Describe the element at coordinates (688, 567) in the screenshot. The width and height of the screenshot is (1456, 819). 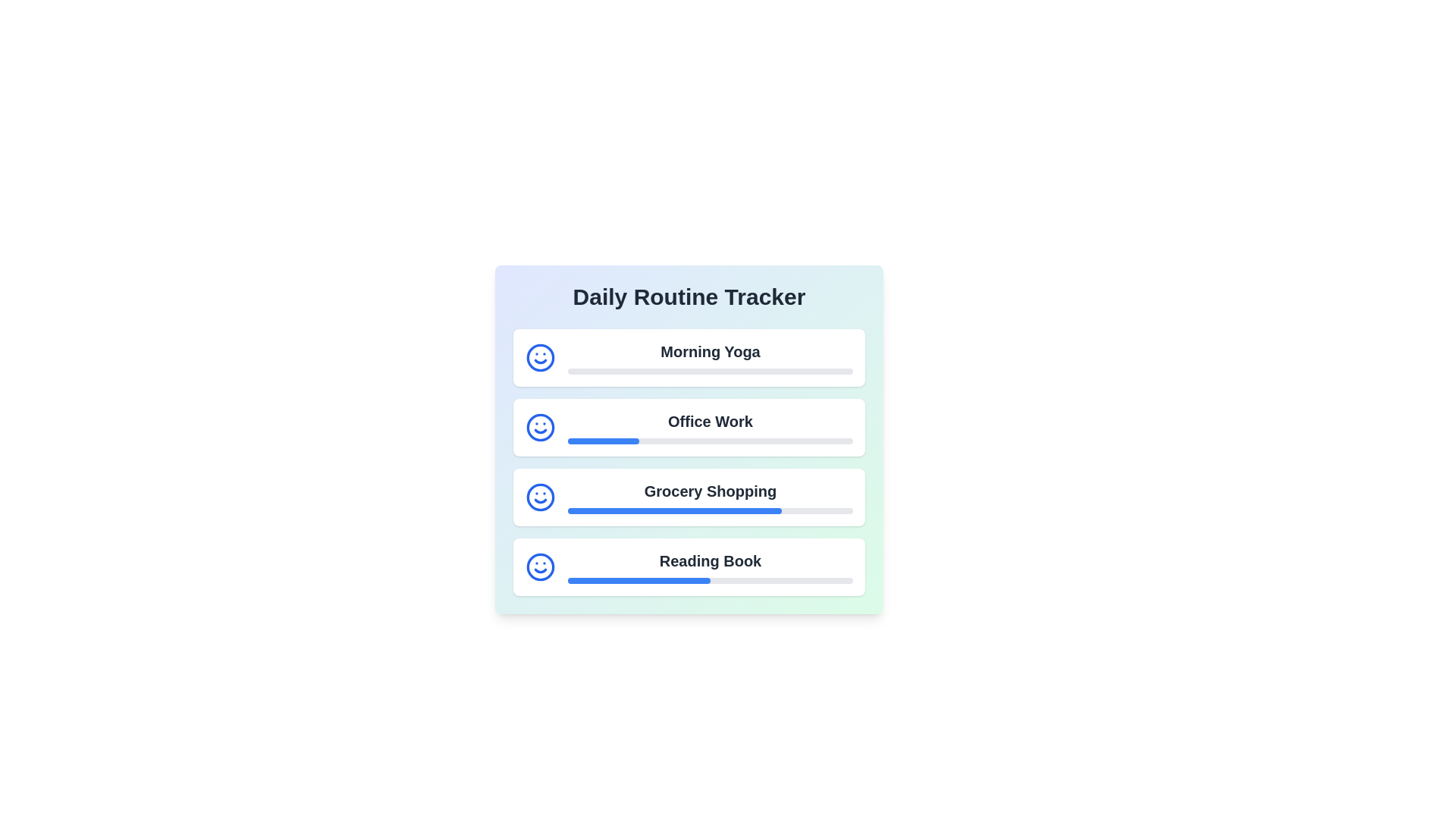
I see `the routine item Reading Book to see additional information` at that location.